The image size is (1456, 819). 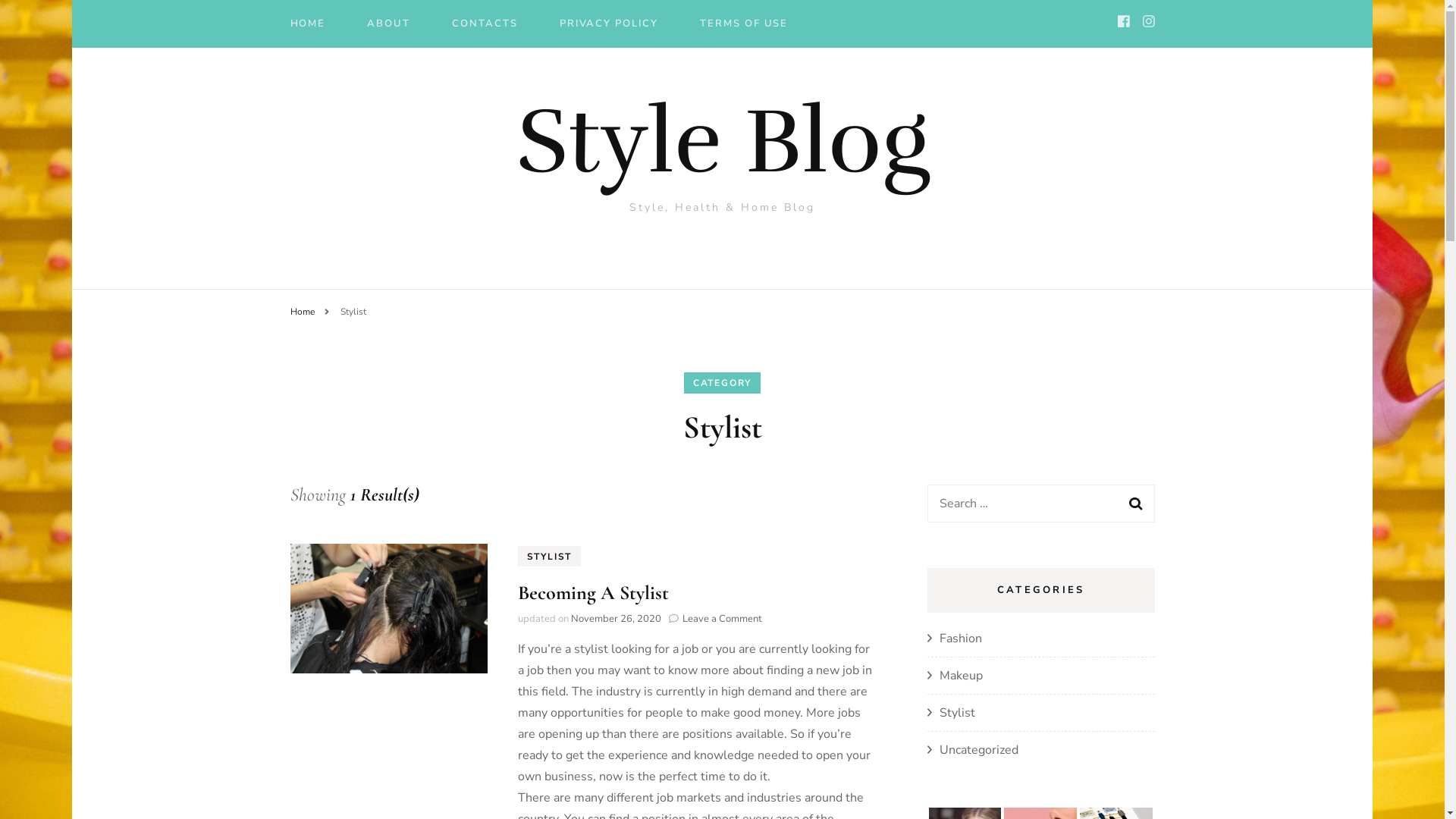 I want to click on 'Makeup', so click(x=959, y=675).